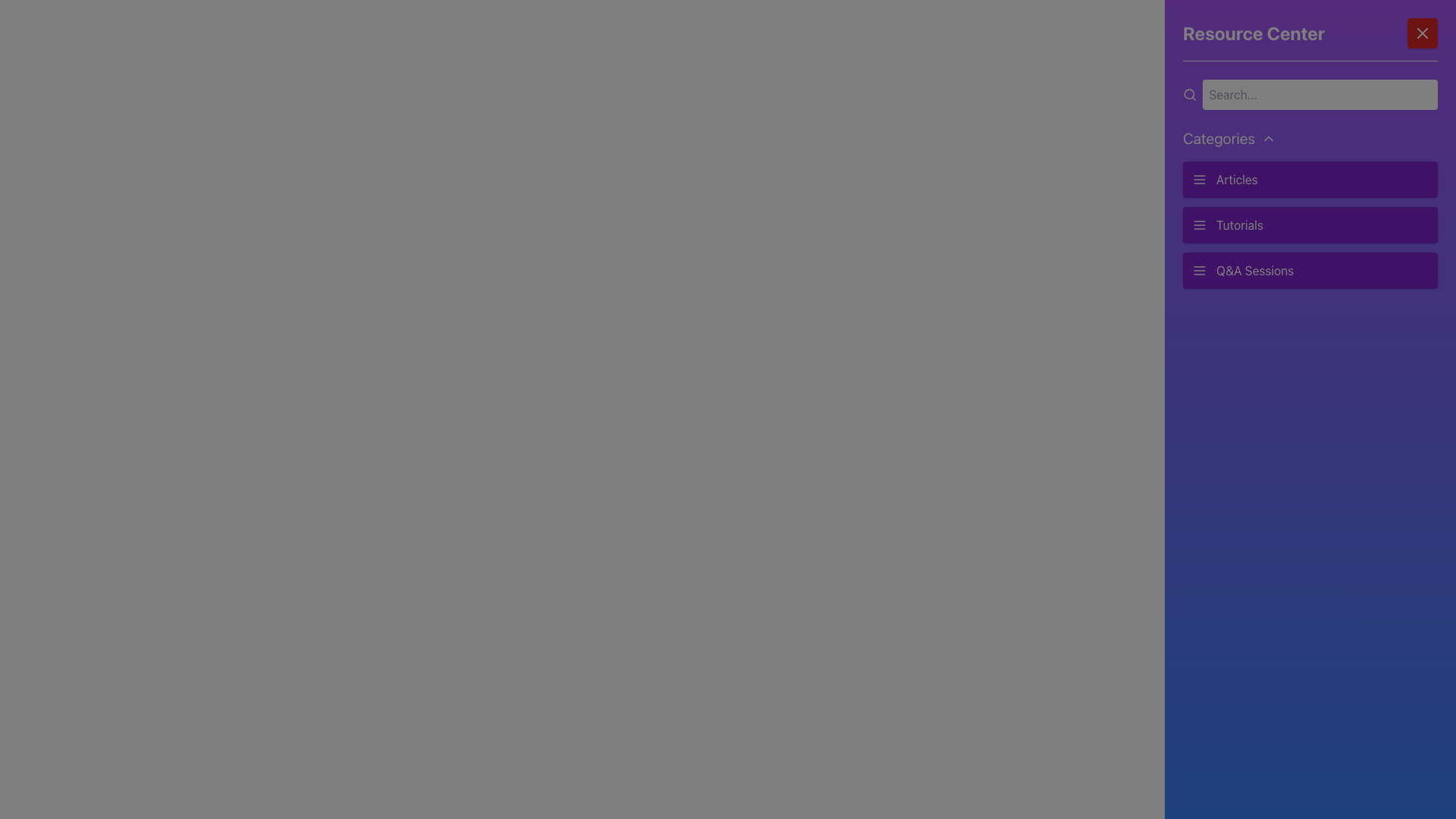  I want to click on the menu icon with three horizontal lines, located to the left of the 'Articles' text, so click(1199, 178).